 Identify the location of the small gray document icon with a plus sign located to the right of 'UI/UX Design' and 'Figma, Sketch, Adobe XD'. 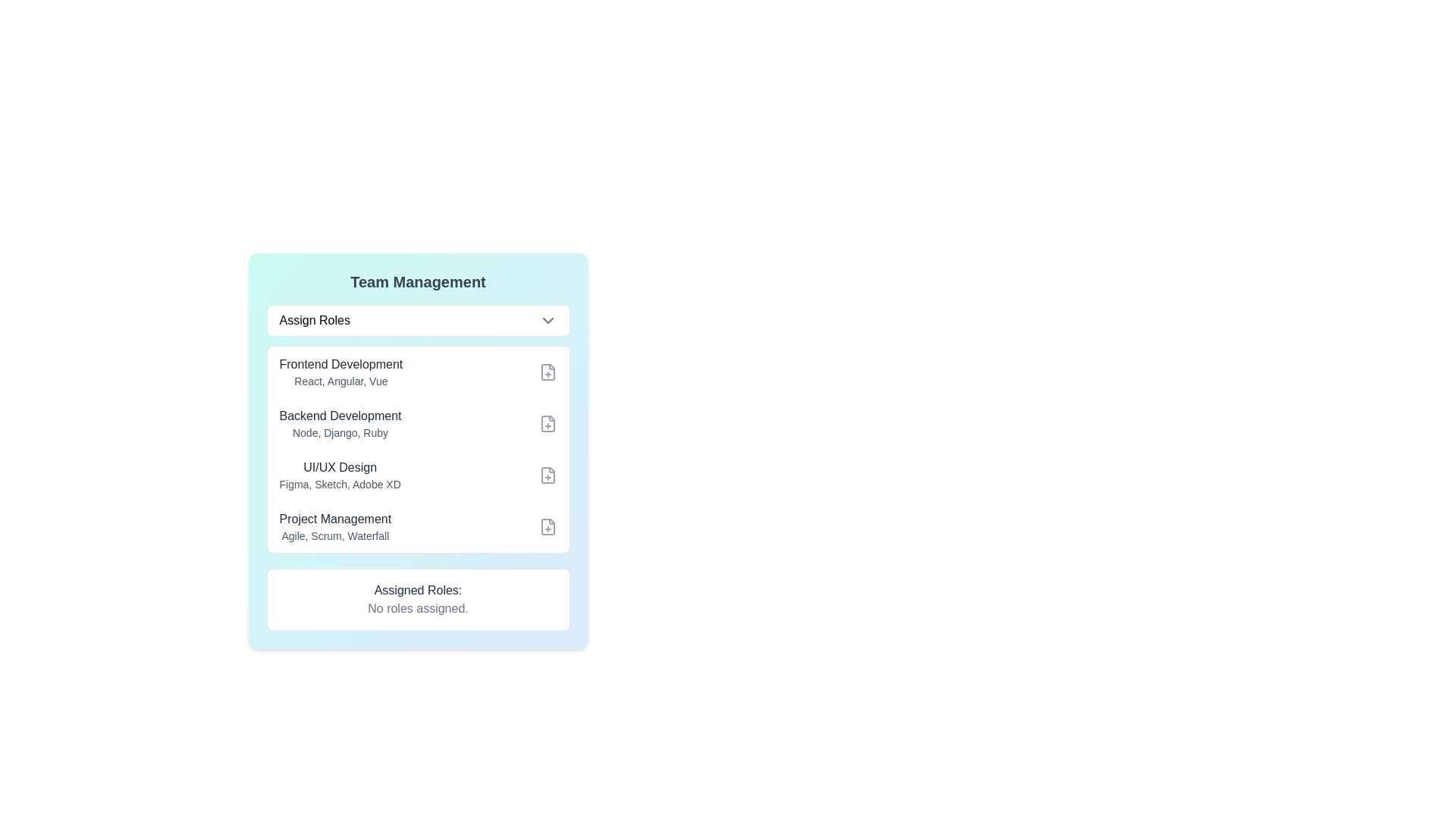
(547, 475).